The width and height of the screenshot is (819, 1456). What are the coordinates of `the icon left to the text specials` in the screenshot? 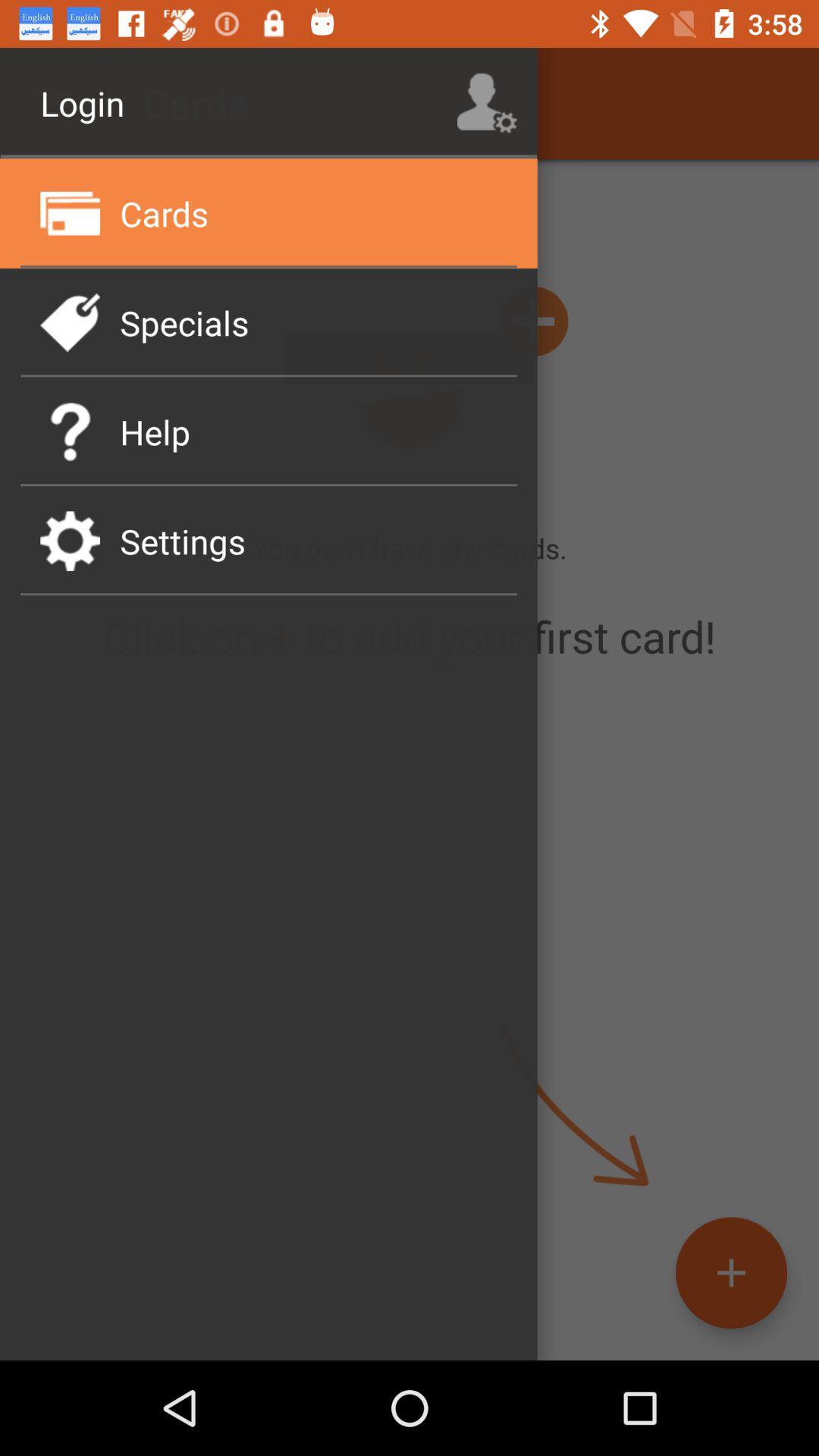 It's located at (70, 322).